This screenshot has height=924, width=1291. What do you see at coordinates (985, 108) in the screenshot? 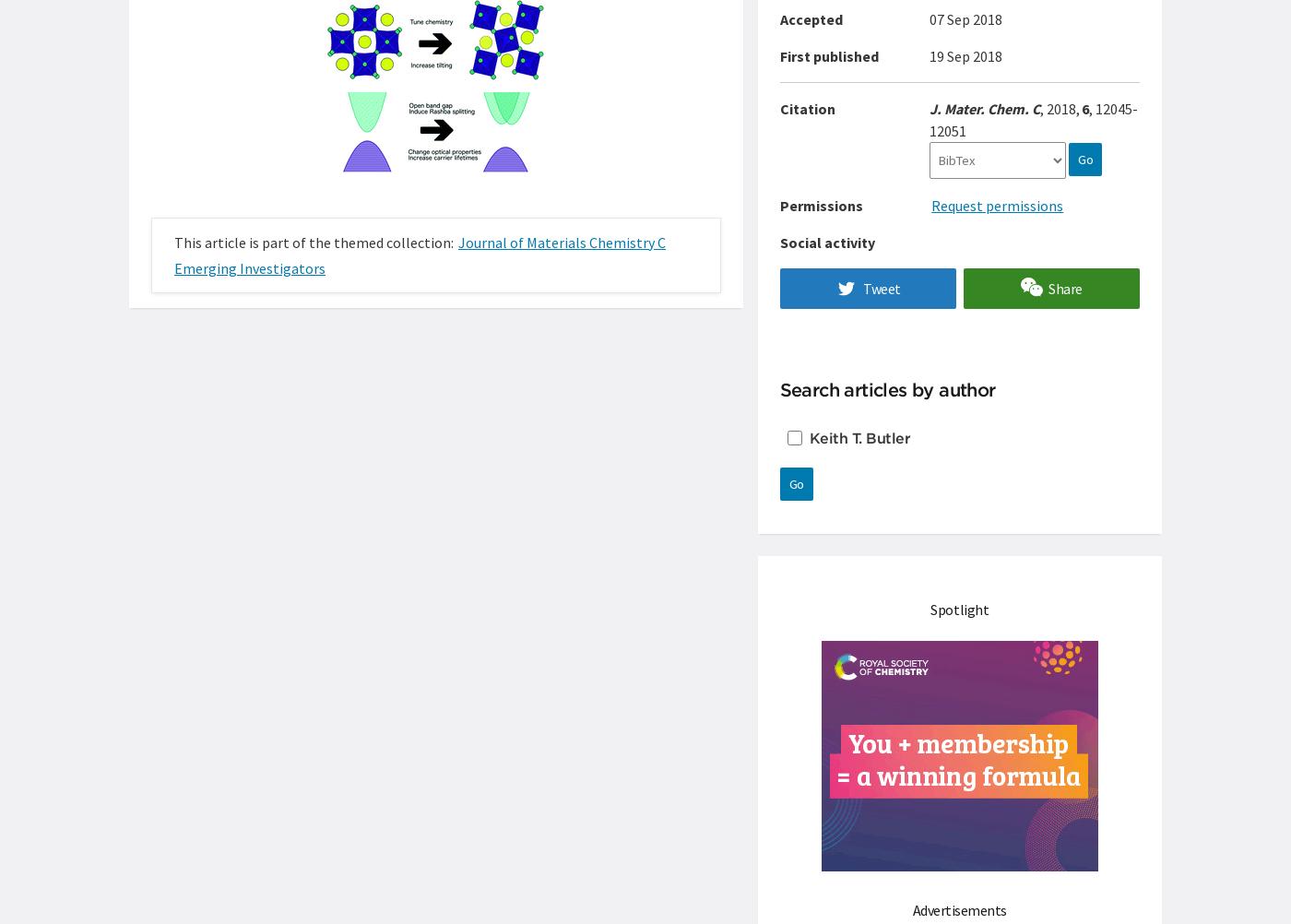
I see `'J. Mater. Chem. C'` at bounding box center [985, 108].